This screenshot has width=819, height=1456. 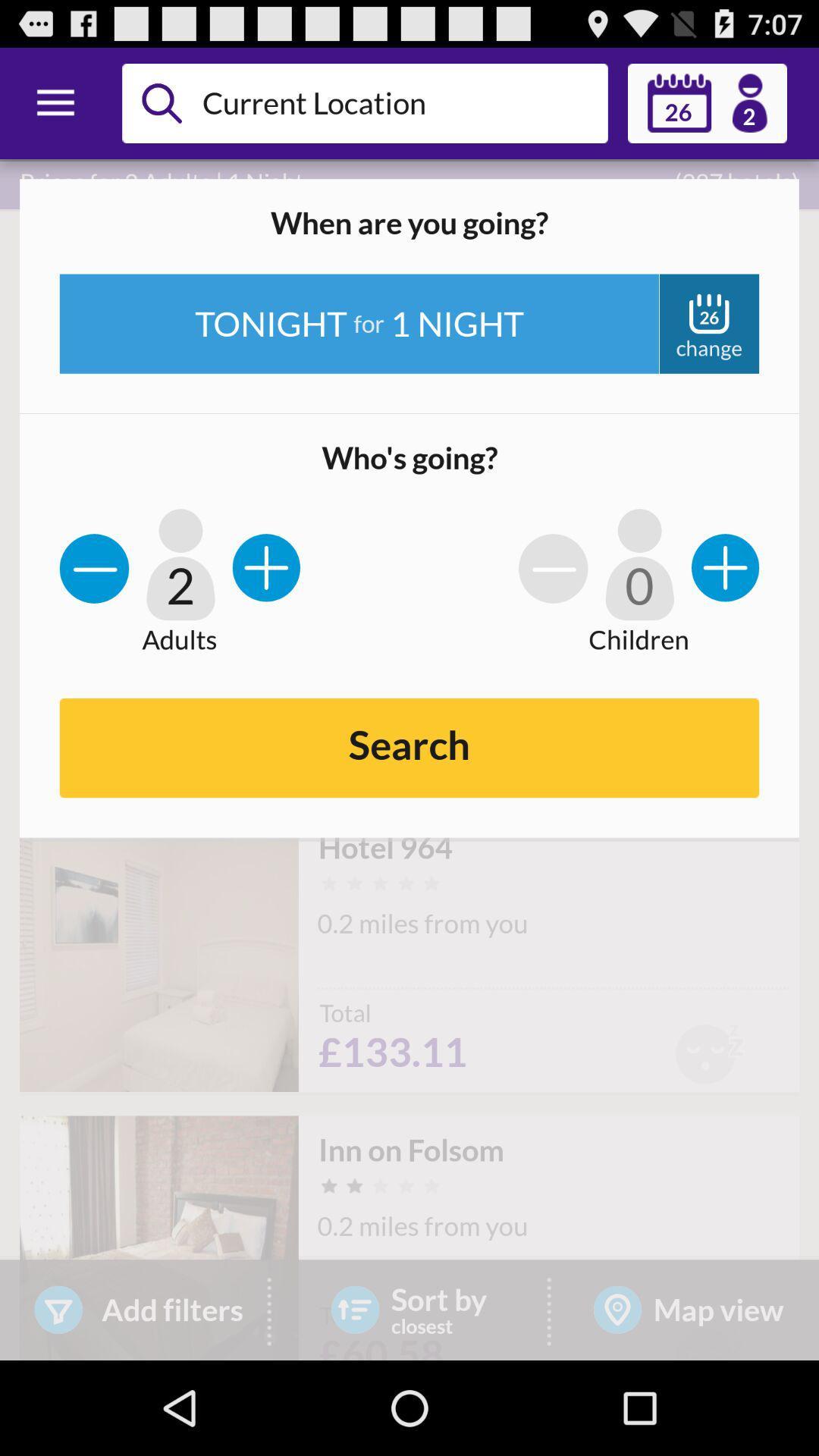 What do you see at coordinates (553, 594) in the screenshot?
I see `the minus icon` at bounding box center [553, 594].